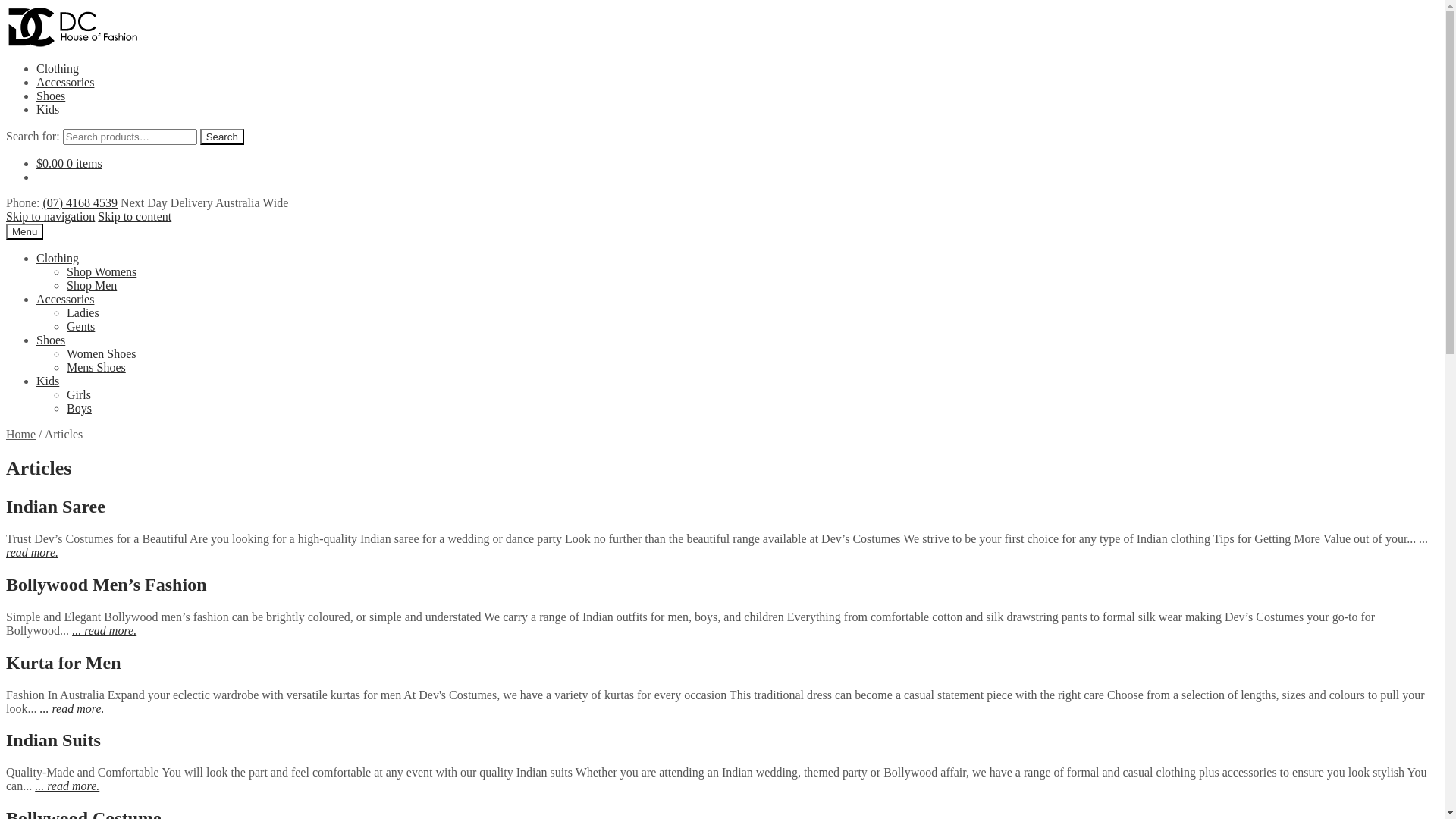 Image resolution: width=1456 pixels, height=819 pixels. Describe the element at coordinates (78, 394) in the screenshot. I see `'Girls'` at that location.